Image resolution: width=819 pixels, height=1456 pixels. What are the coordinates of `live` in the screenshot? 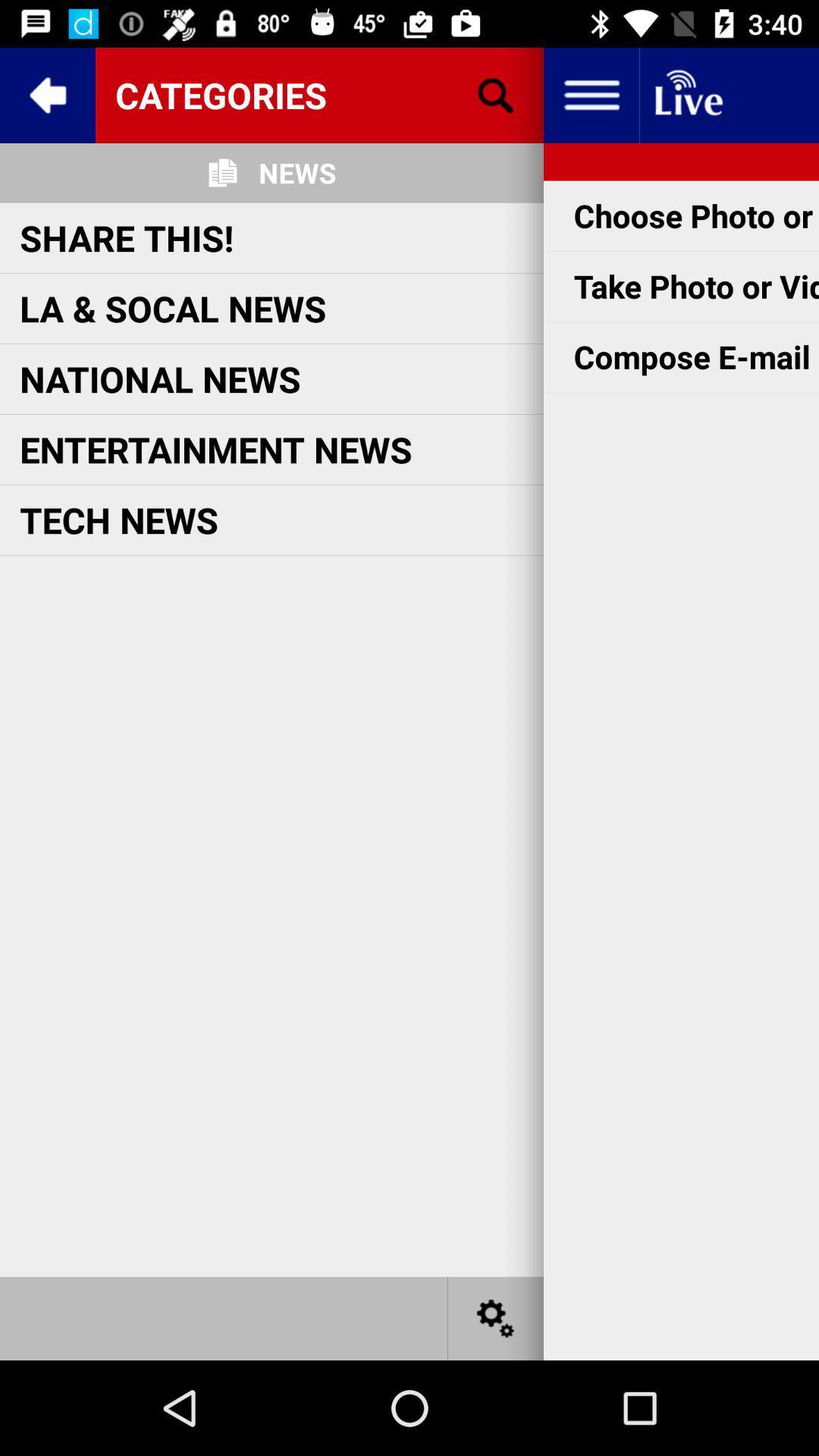 It's located at (687, 94).